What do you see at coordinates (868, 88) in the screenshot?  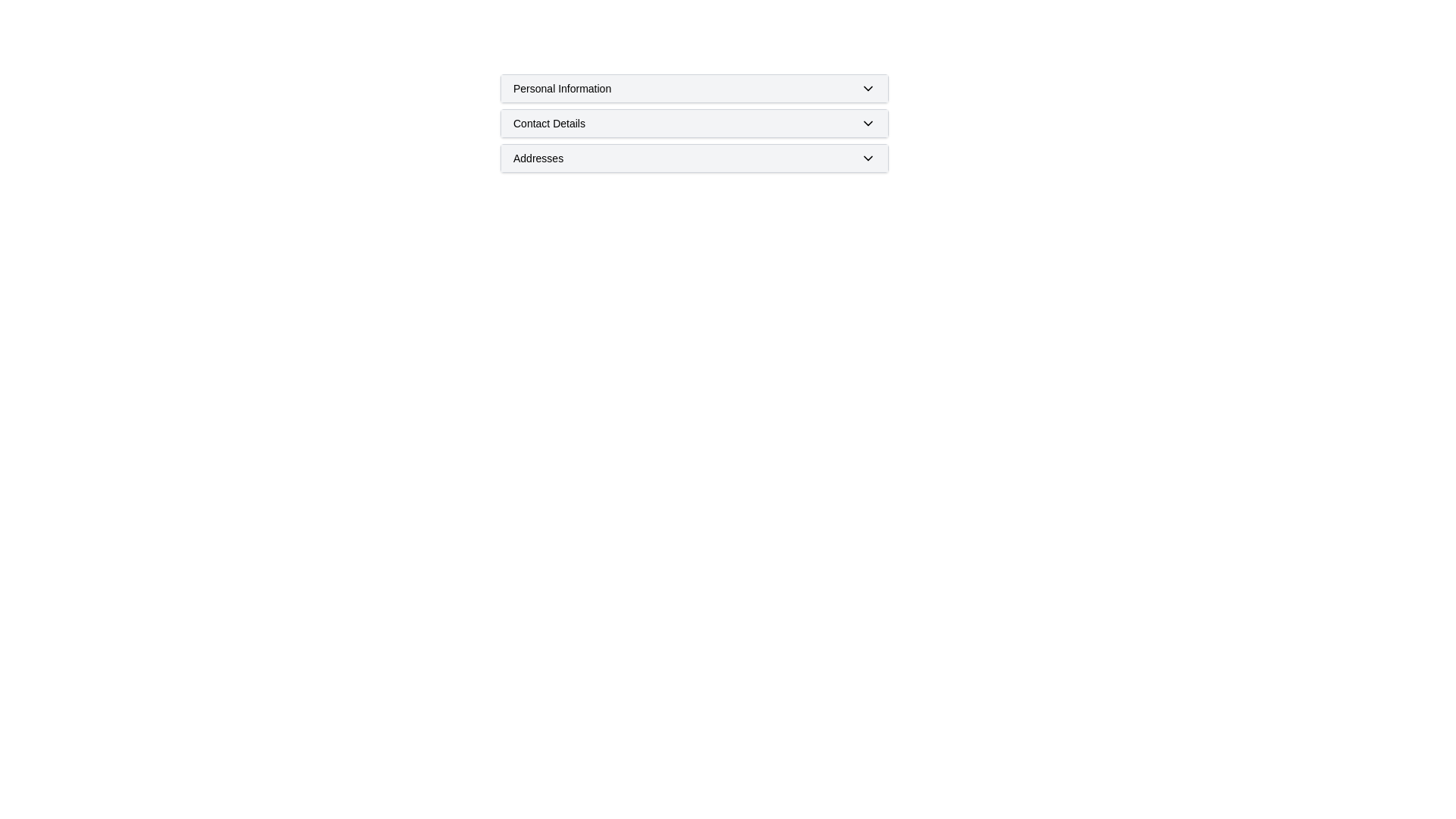 I see `the downward-pointing chevron icon with a black outline, located on the far right of the 'Personal Information' section header` at bounding box center [868, 88].